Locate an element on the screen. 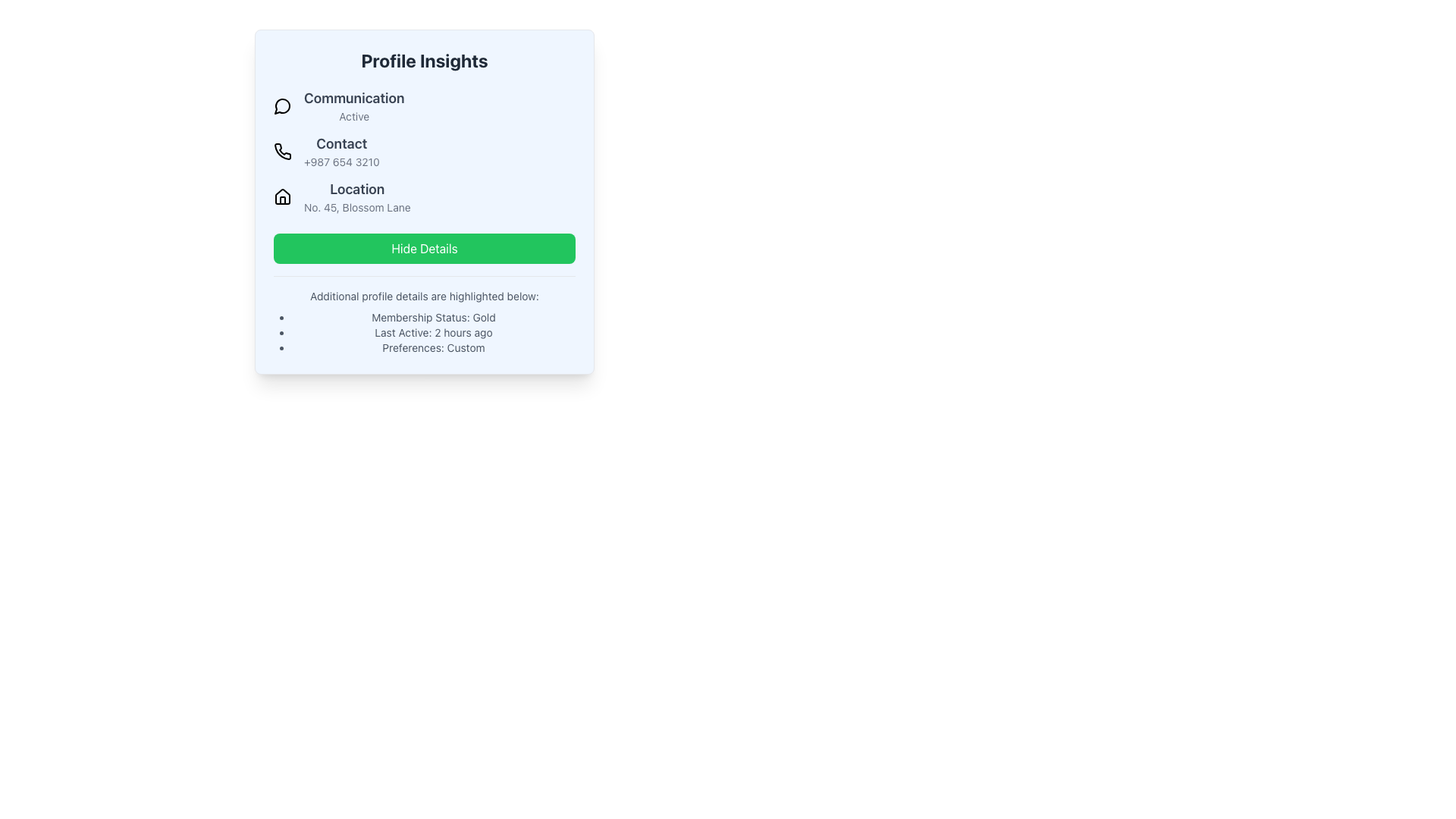  the text element displaying 'Active' located under the 'Communication' header in the 'Profile Insights' section is located at coordinates (353, 116).